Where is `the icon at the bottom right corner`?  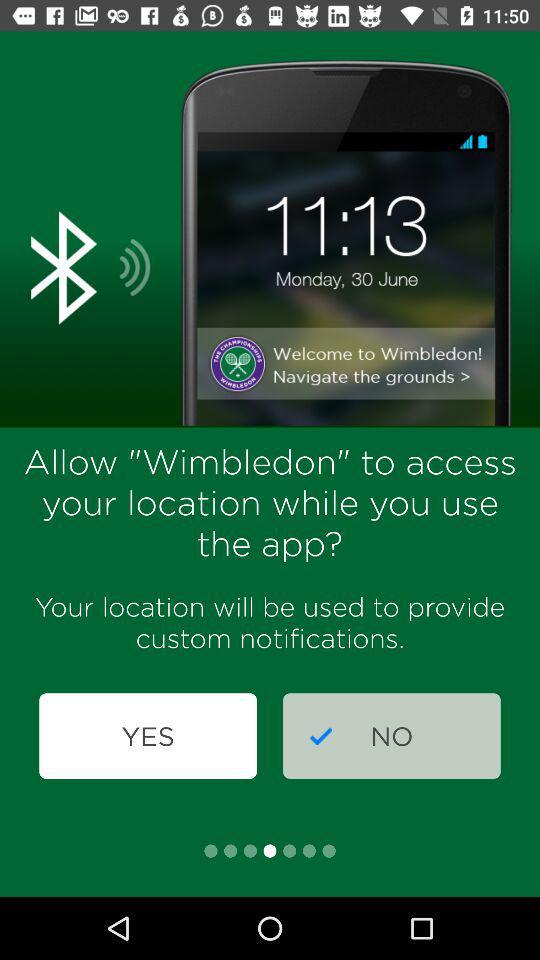
the icon at the bottom right corner is located at coordinates (391, 735).